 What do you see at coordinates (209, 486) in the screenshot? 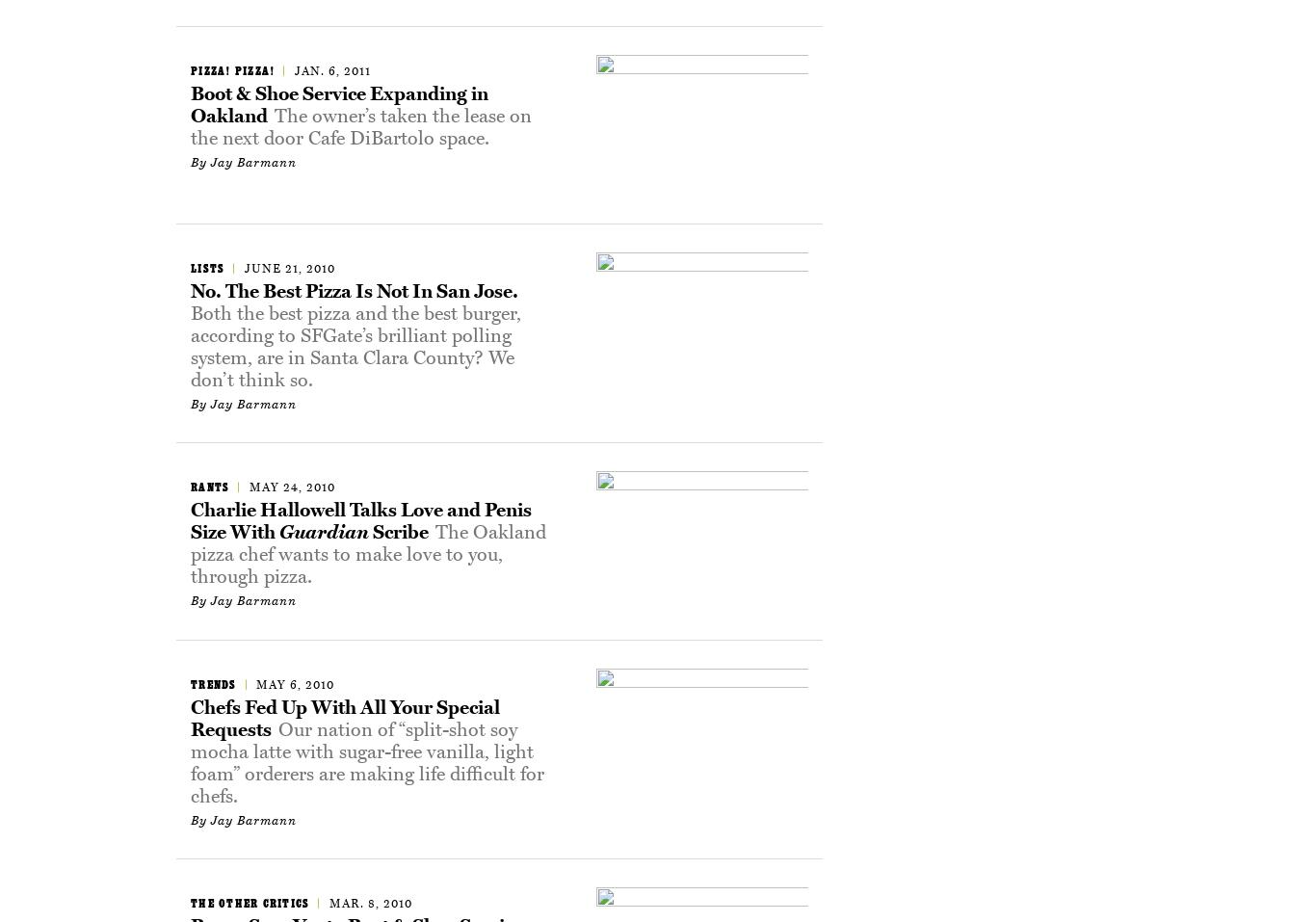
I see `'Rants'` at bounding box center [209, 486].